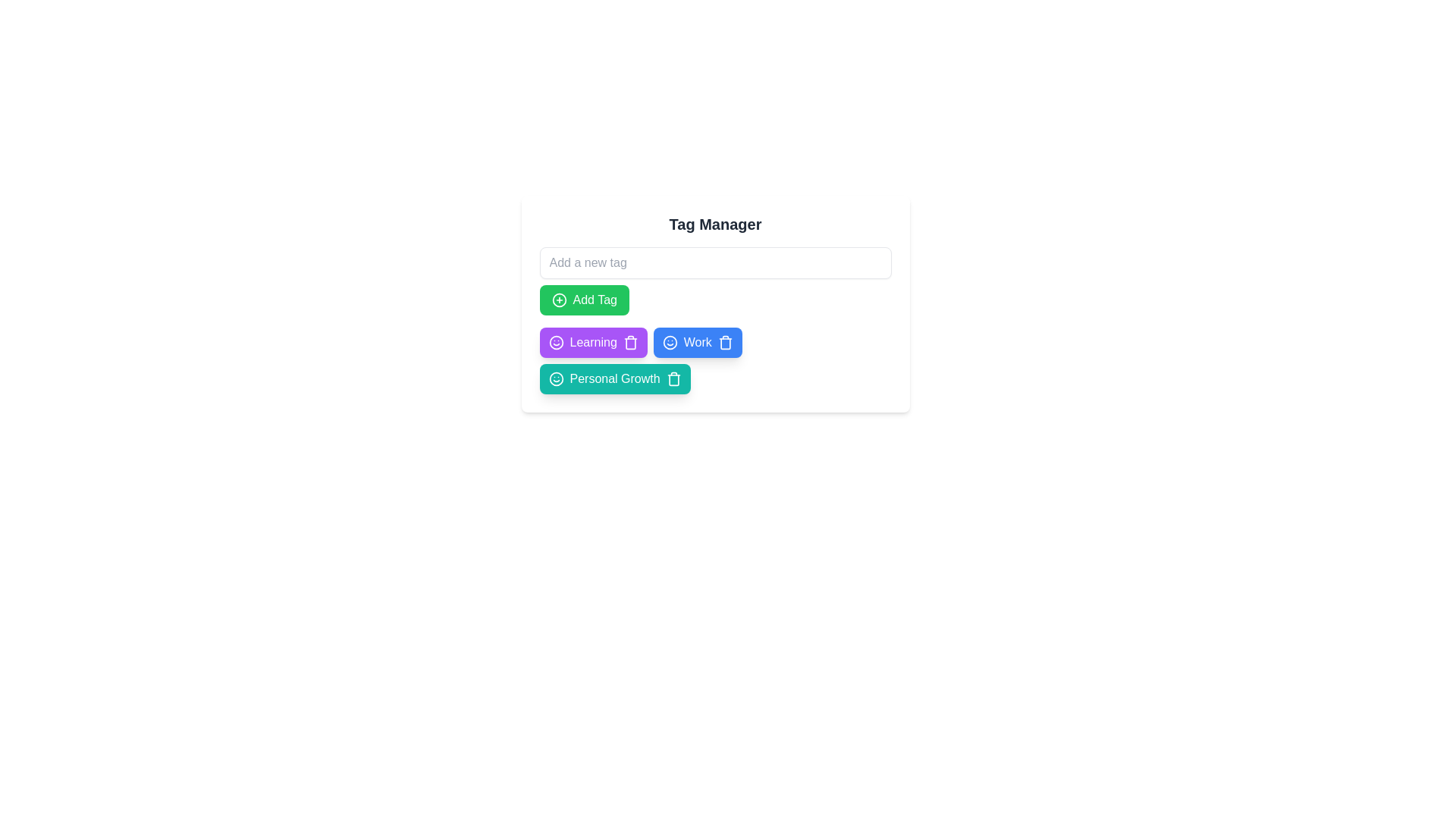 The image size is (1456, 819). Describe the element at coordinates (630, 342) in the screenshot. I see `trash icon of the tag labeled Learning to delete it` at that location.